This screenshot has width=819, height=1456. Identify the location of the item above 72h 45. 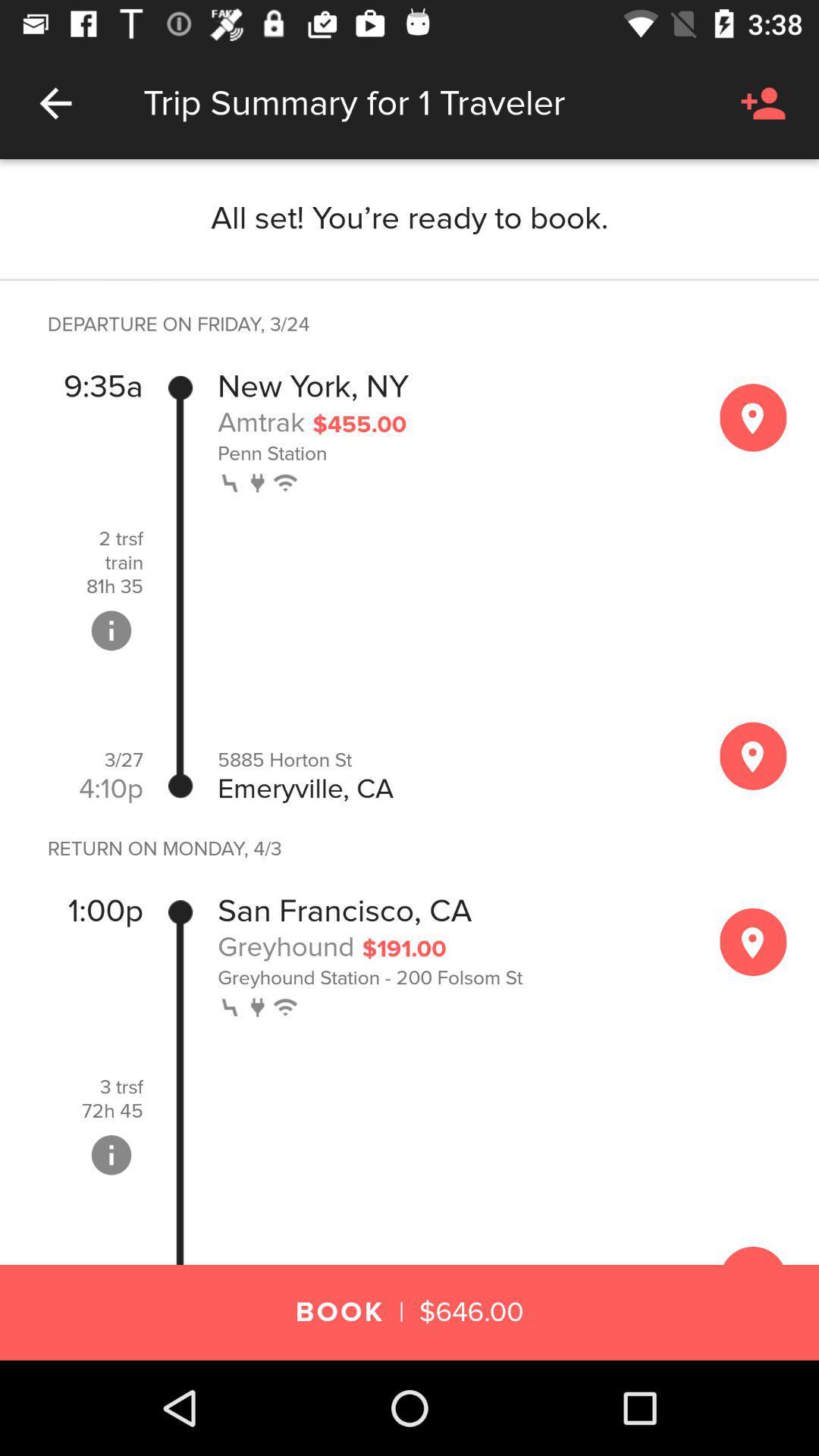
(121, 1087).